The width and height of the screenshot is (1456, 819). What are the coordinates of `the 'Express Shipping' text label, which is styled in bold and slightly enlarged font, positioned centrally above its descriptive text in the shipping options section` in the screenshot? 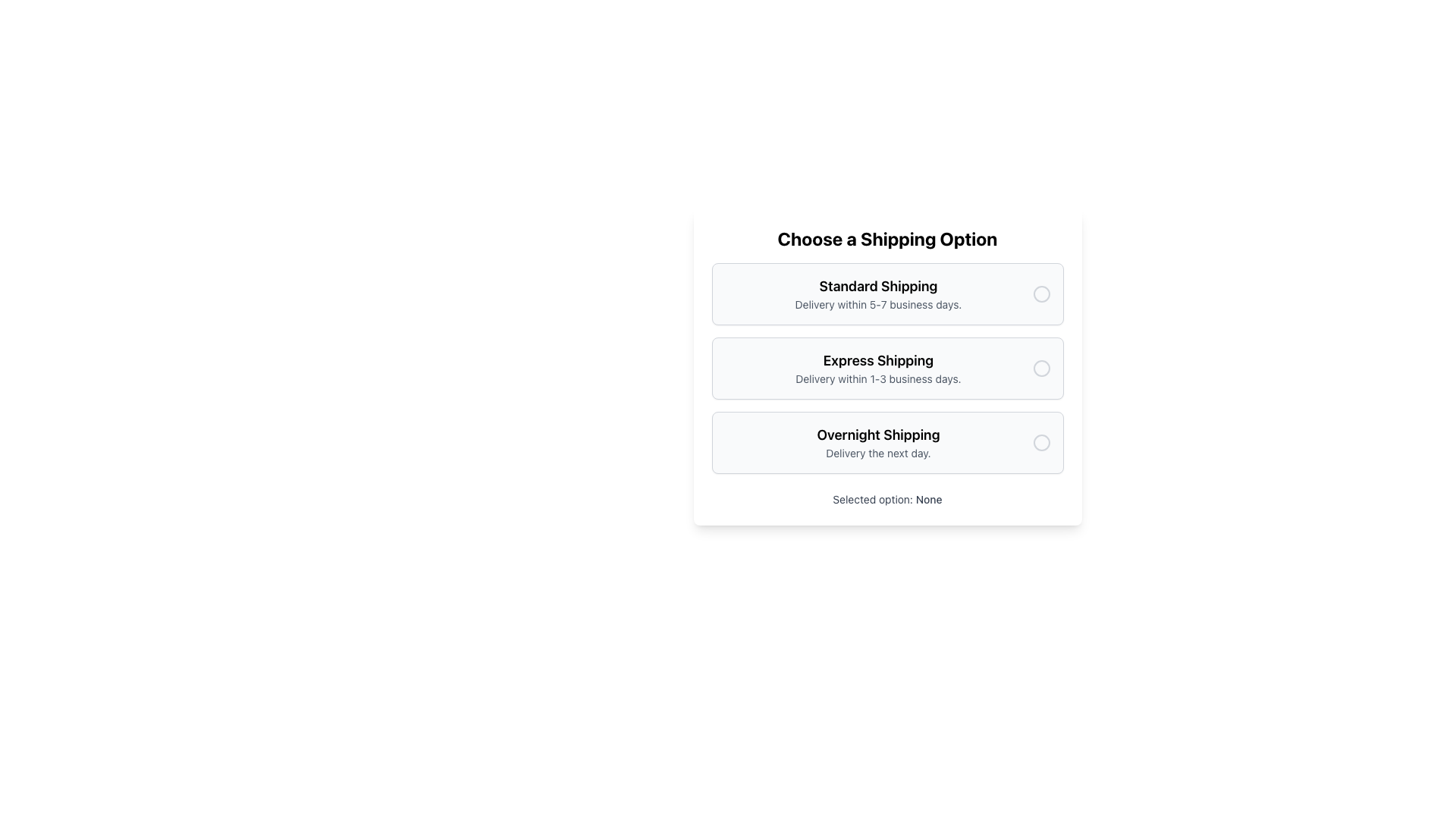 It's located at (878, 360).